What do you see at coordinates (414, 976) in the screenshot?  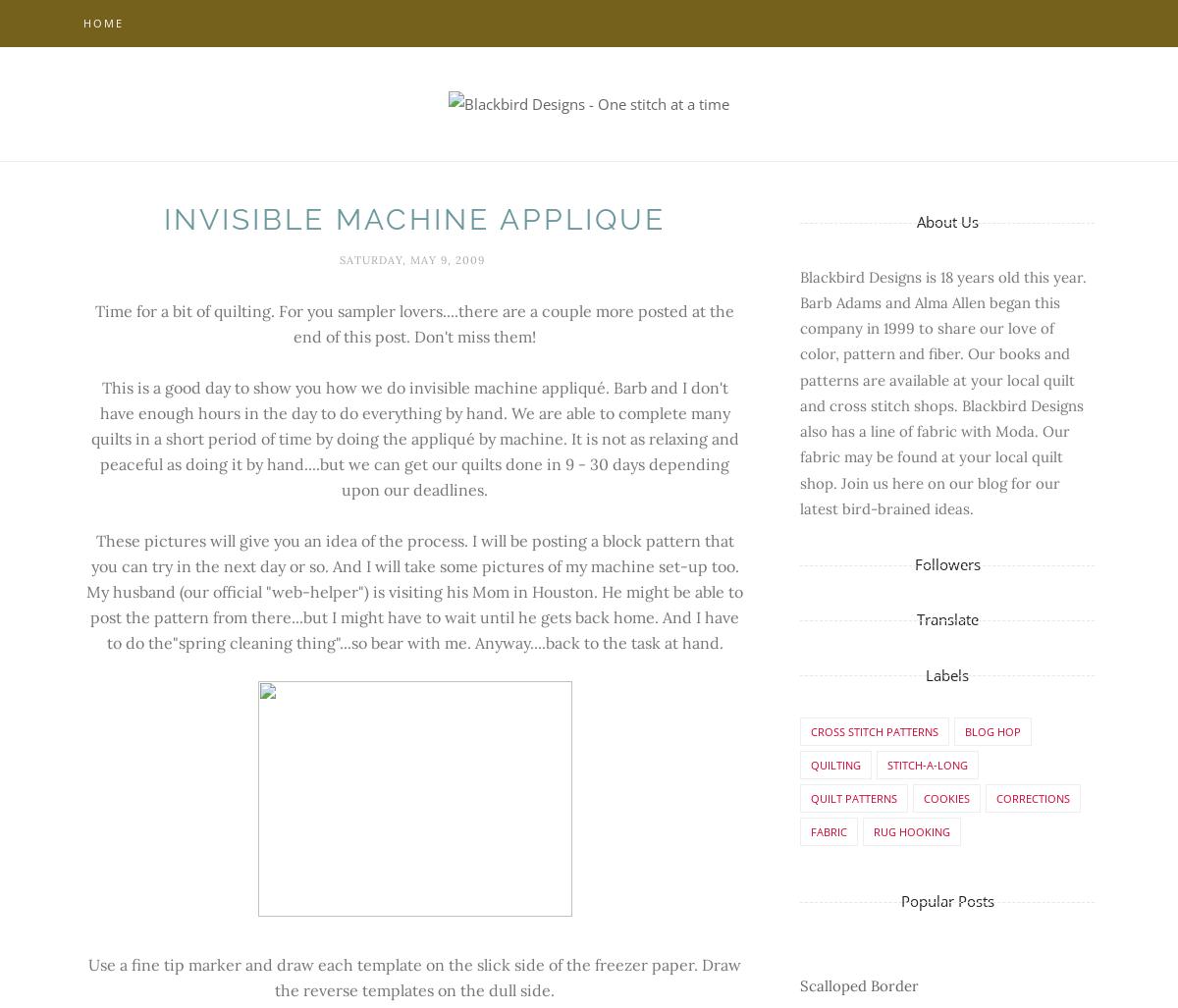 I see `'Use a fine tip marker and draw each template on the slick side of the freezer paper. Draw the reverse templates on the dull side.'` at bounding box center [414, 976].